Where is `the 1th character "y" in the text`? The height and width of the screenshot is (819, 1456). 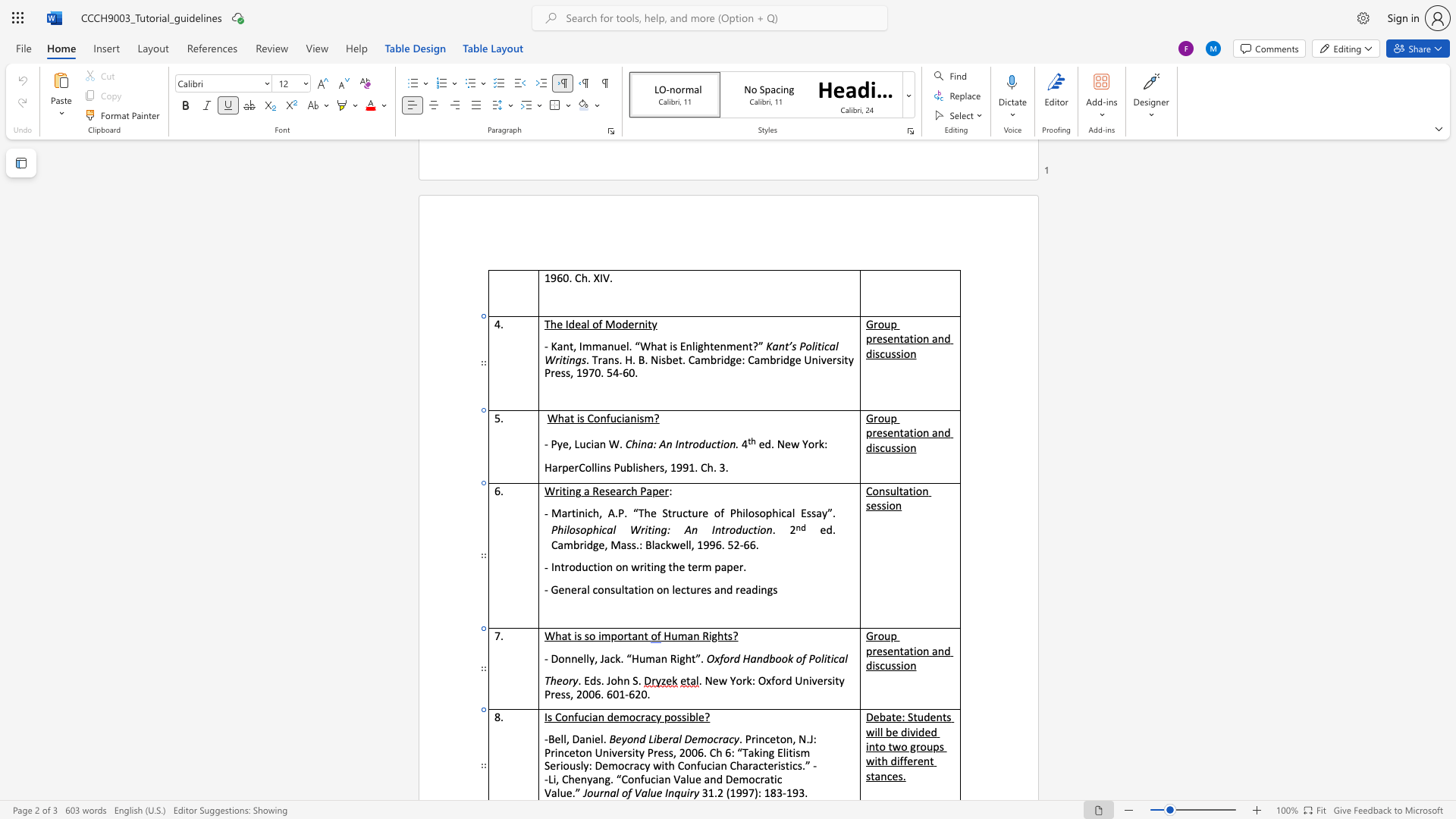
the 1th character "y" in the text is located at coordinates (695, 792).